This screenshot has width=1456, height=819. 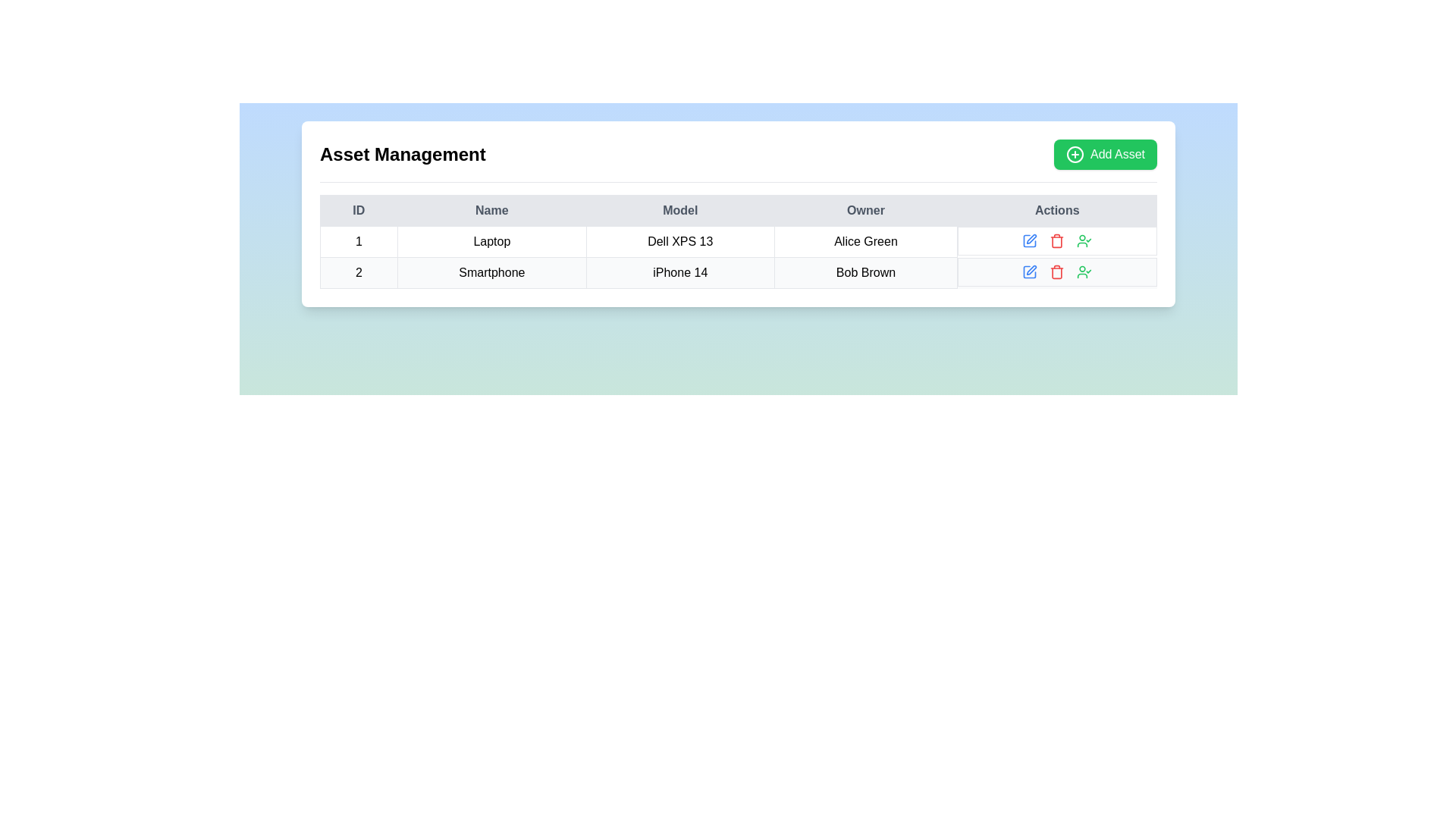 I want to click on the second row of the 'Asset Management' table which displays details for the asset with ID: 2 (Smartphone, Model: iPhone 14, Owner: Bob Brown) to view more details, so click(x=739, y=271).